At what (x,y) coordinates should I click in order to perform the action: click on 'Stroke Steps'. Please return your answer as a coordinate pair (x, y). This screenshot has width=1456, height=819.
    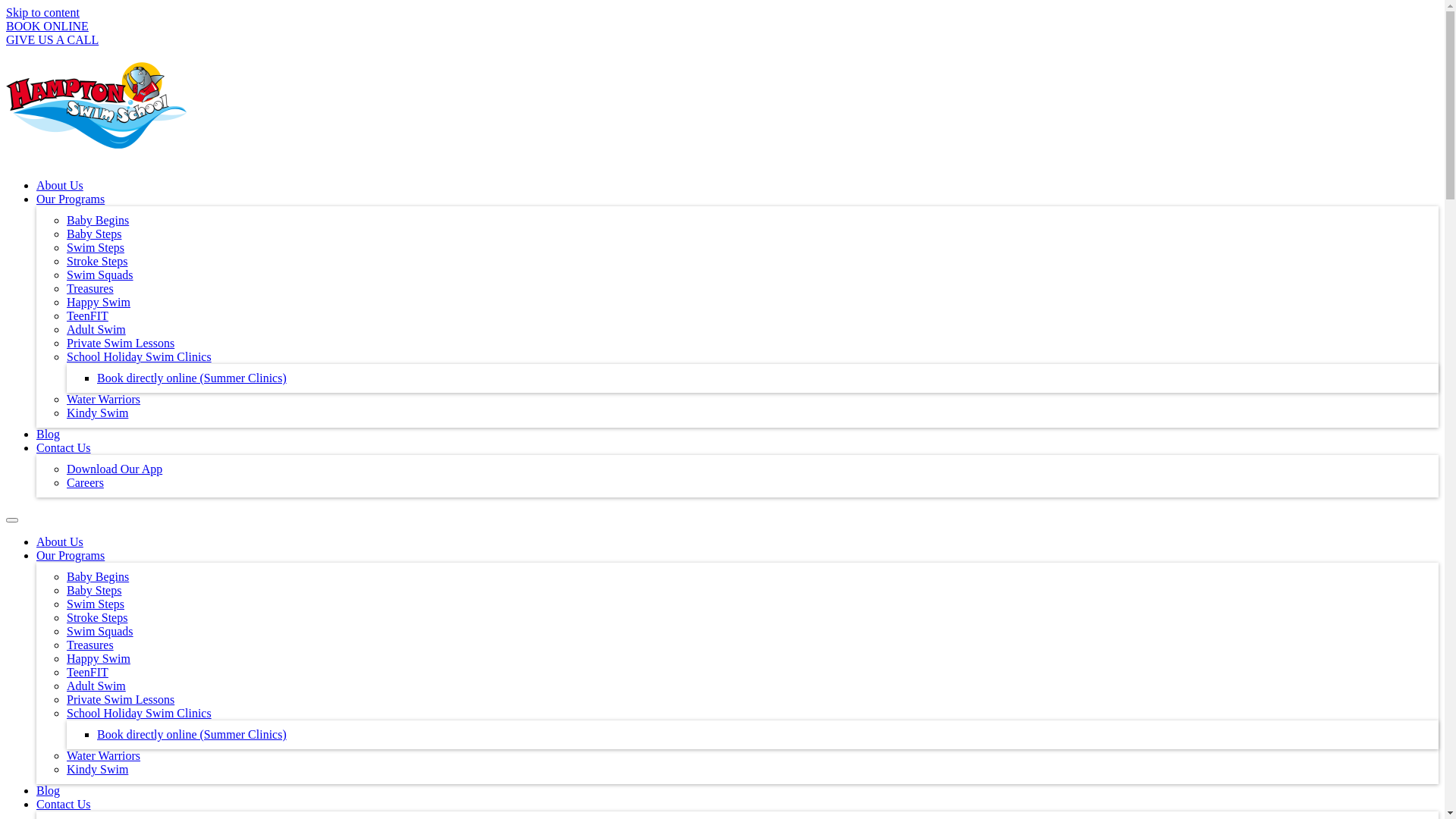
    Looking at the image, I should click on (96, 617).